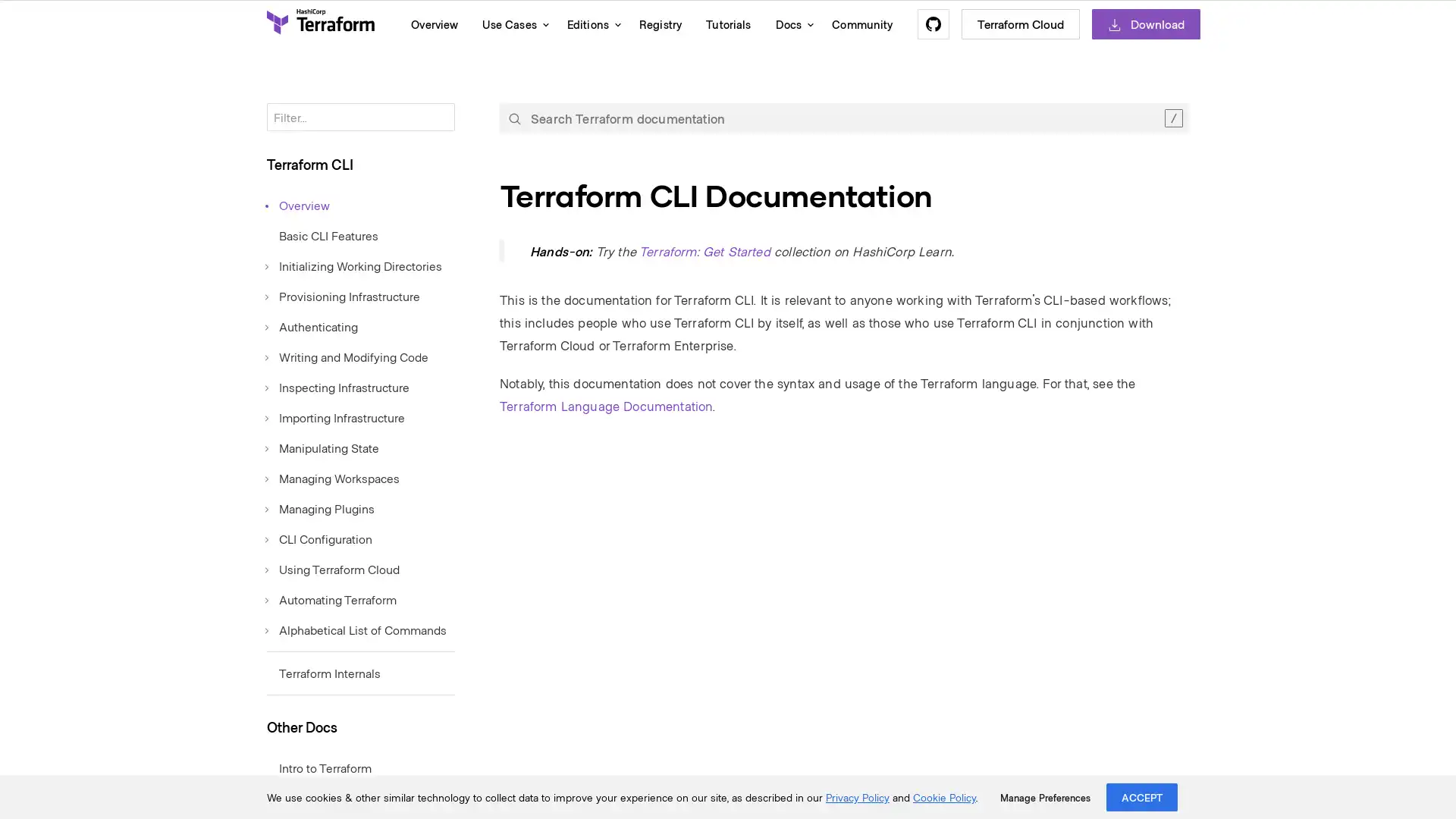  What do you see at coordinates (322, 447) in the screenshot?
I see `Manipulating State` at bounding box center [322, 447].